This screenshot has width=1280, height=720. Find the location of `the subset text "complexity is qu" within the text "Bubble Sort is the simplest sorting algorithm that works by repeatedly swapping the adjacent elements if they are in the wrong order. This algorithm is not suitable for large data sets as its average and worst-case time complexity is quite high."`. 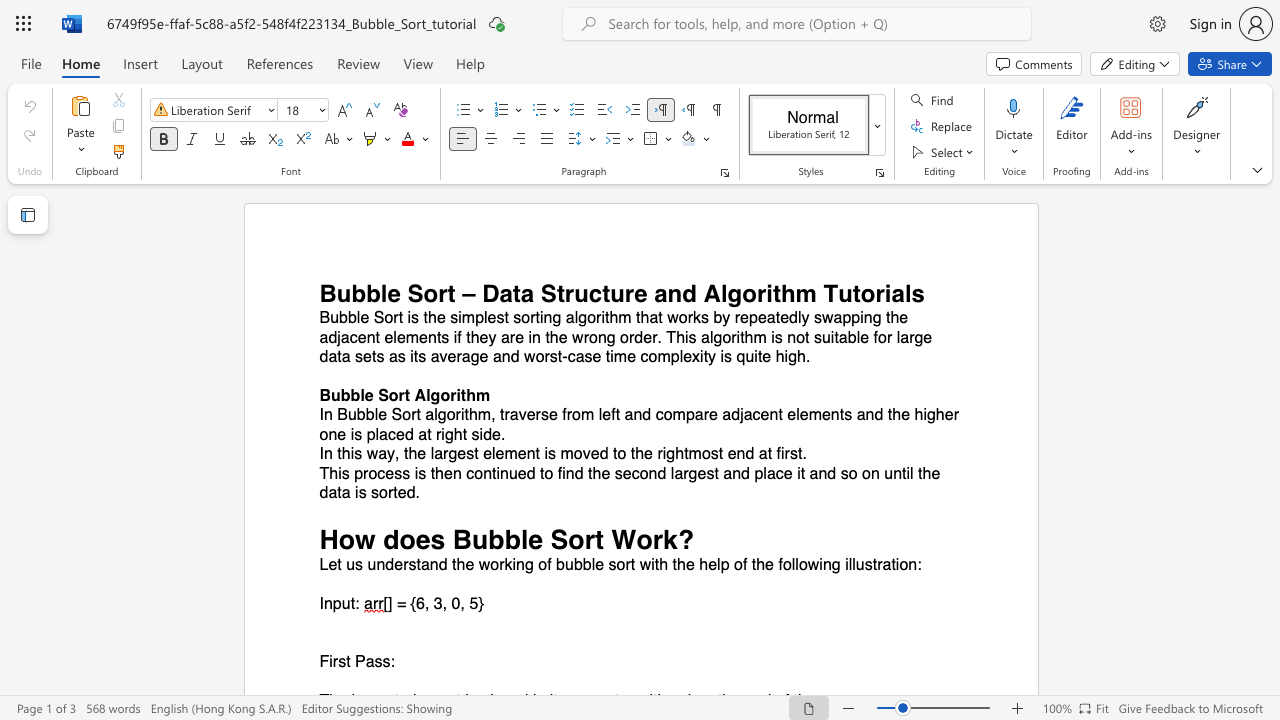

the subset text "complexity is qu" within the text "Bubble Sort is the simplest sorting algorithm that works by repeatedly swapping the adjacent elements if they are in the wrong order. This algorithm is not suitable for large data sets as its average and worst-case time complexity is quite high." is located at coordinates (640, 356).